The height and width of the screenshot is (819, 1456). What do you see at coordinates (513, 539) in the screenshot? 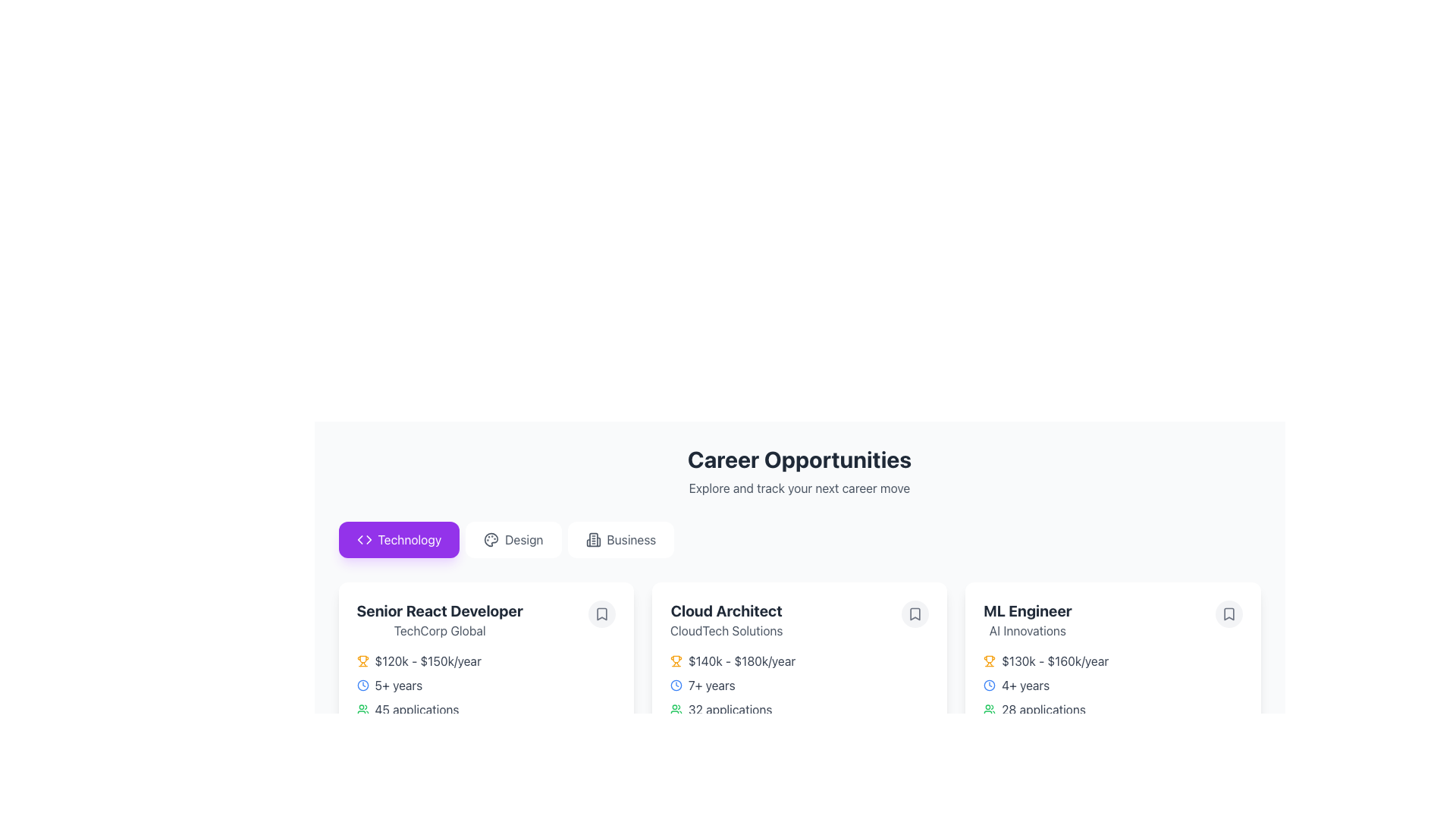
I see `the 'Design' button, which is a horizontally rectangular button with rounded corners, white background, and gray text, located between the 'Technology' and 'Business' buttons` at bounding box center [513, 539].